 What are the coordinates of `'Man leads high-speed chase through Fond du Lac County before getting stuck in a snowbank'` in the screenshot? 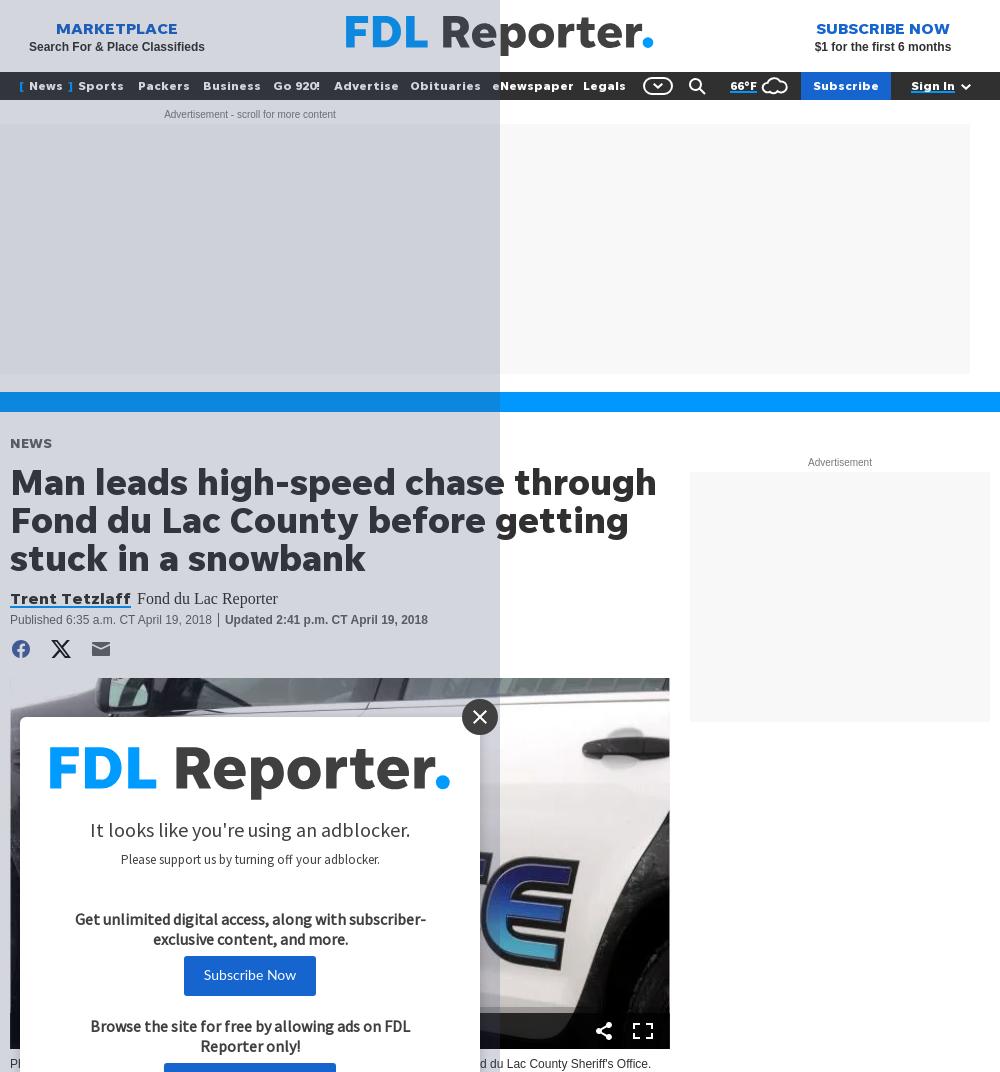 It's located at (332, 518).